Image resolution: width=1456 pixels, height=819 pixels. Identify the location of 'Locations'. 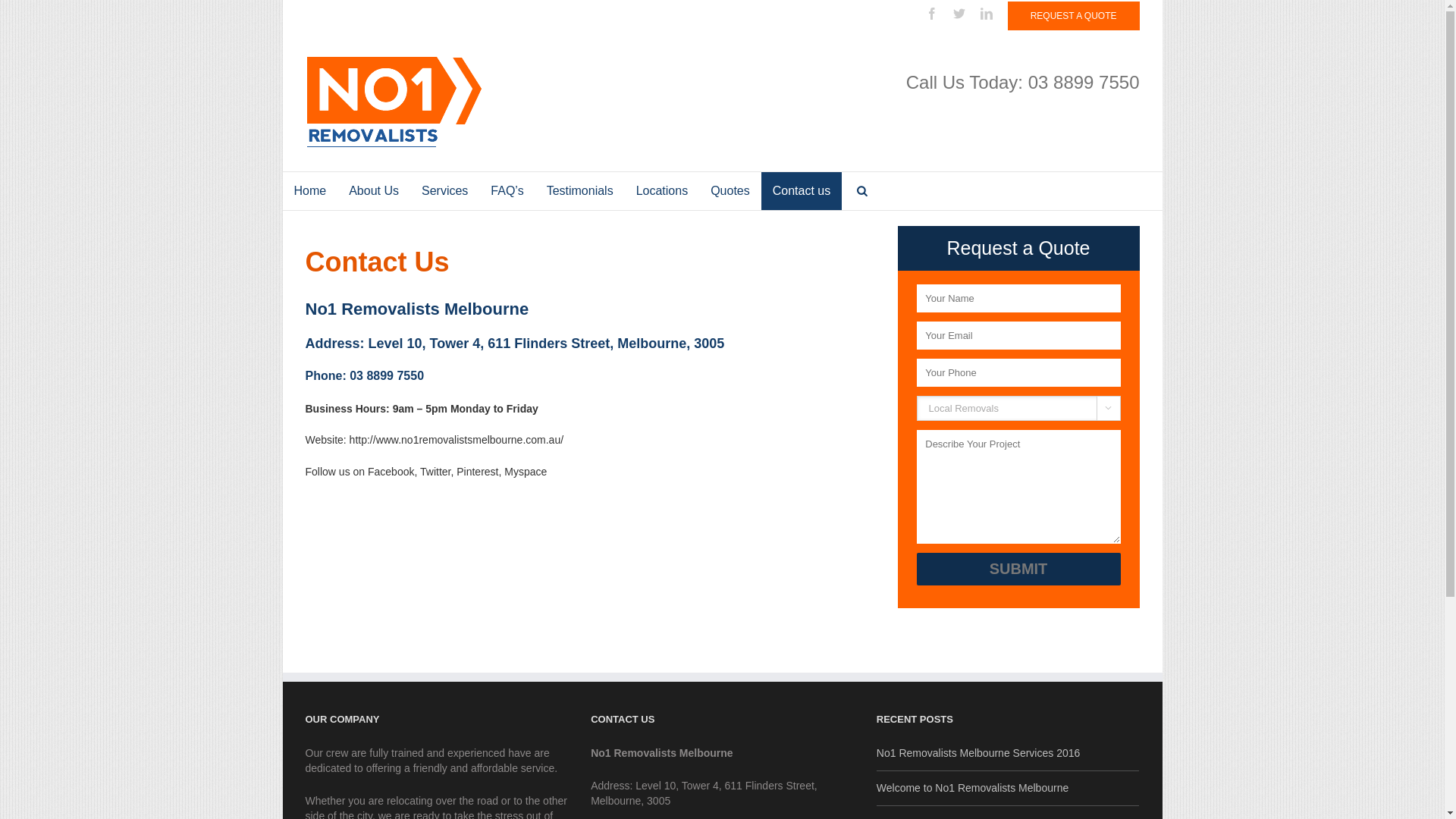
(662, 190).